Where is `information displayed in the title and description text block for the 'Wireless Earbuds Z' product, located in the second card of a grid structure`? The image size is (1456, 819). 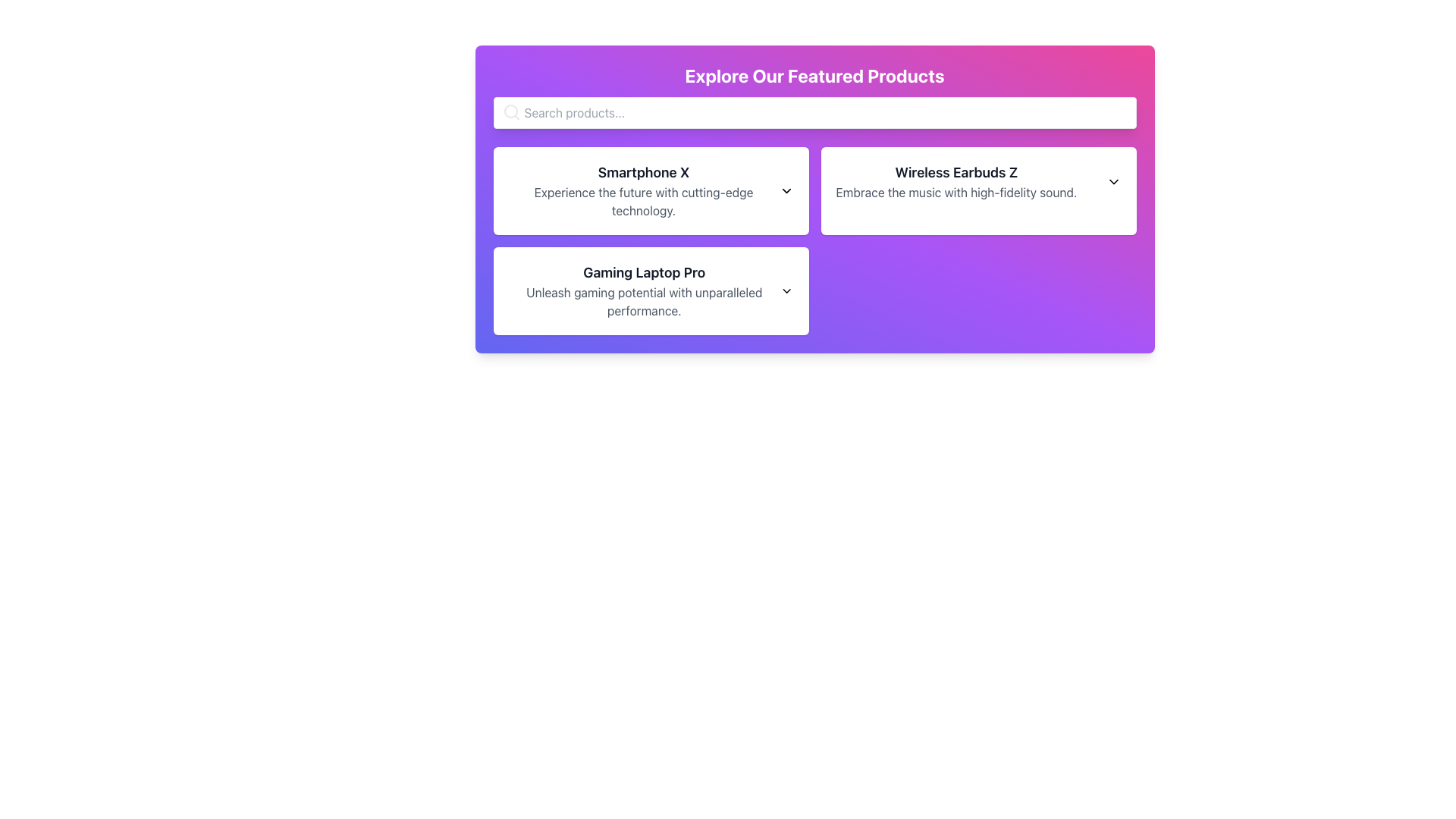 information displayed in the title and description text block for the 'Wireless Earbuds Z' product, located in the second card of a grid structure is located at coordinates (955, 180).